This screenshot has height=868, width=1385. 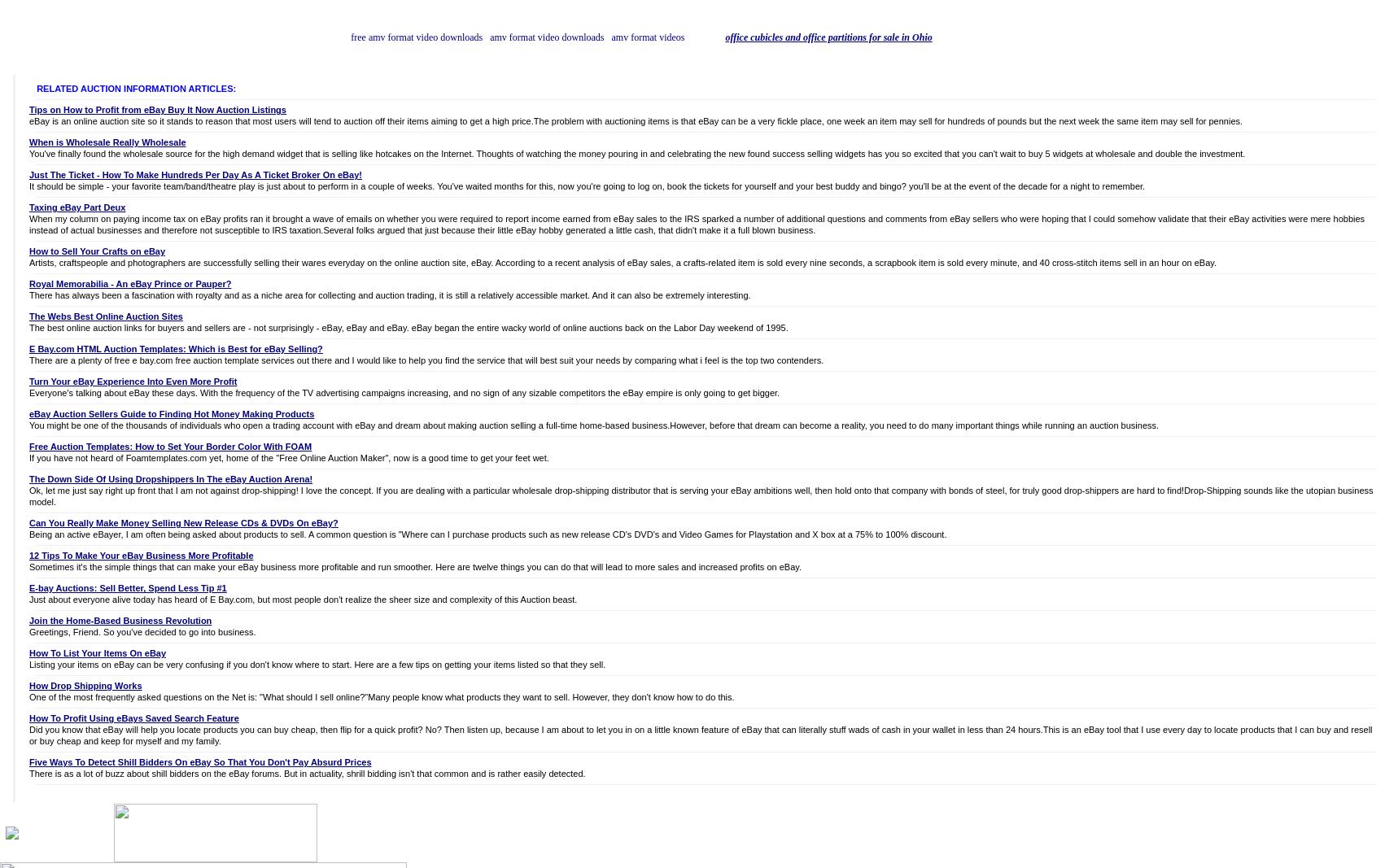 What do you see at coordinates (120, 620) in the screenshot?
I see `'Join the Home-Based
        Business Revolution'` at bounding box center [120, 620].